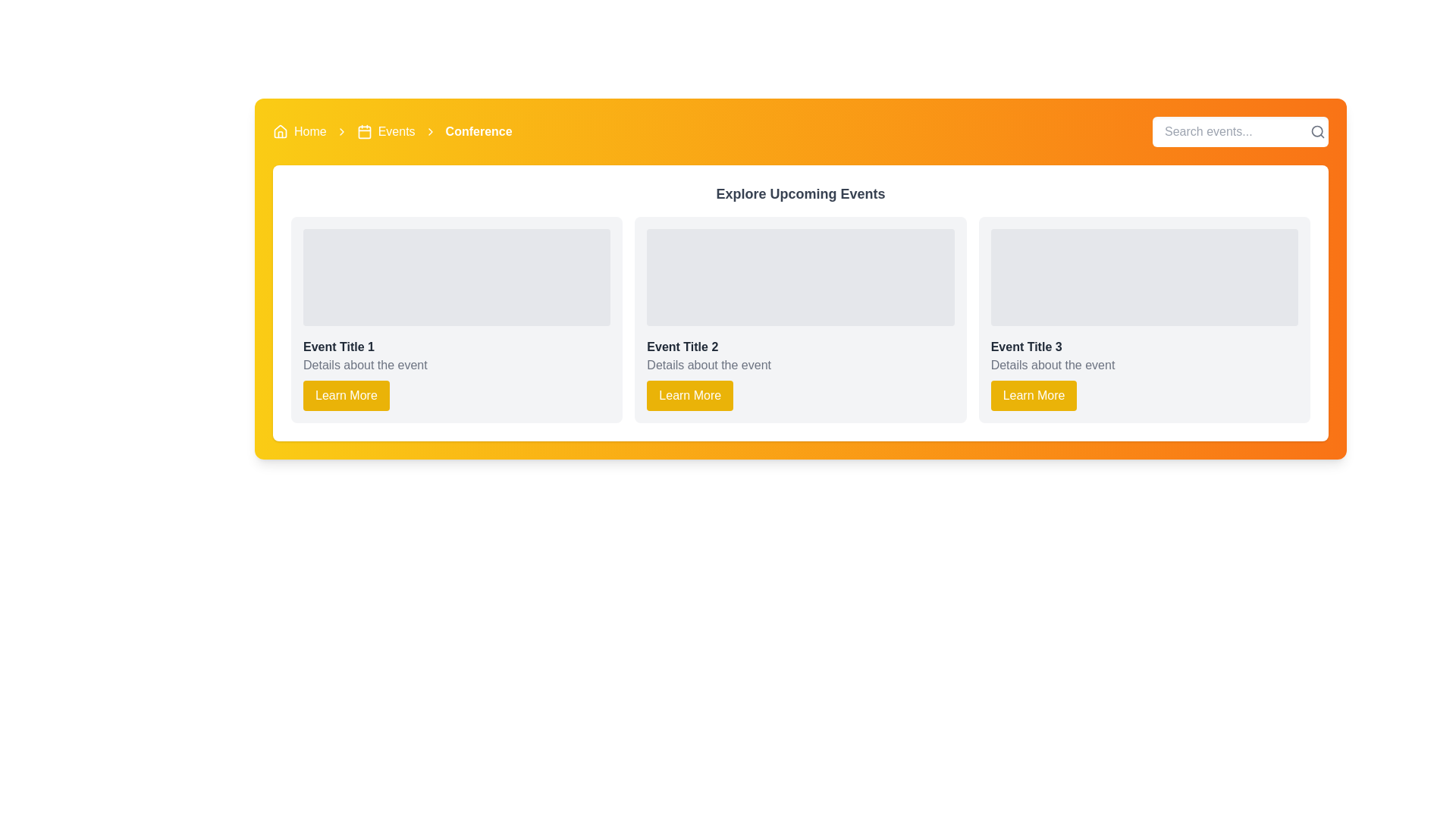  I want to click on the visual placeholder located at the top of the leftmost event card, which is directly above 'Event Title 1' and the 'Learn More' button, so click(456, 278).